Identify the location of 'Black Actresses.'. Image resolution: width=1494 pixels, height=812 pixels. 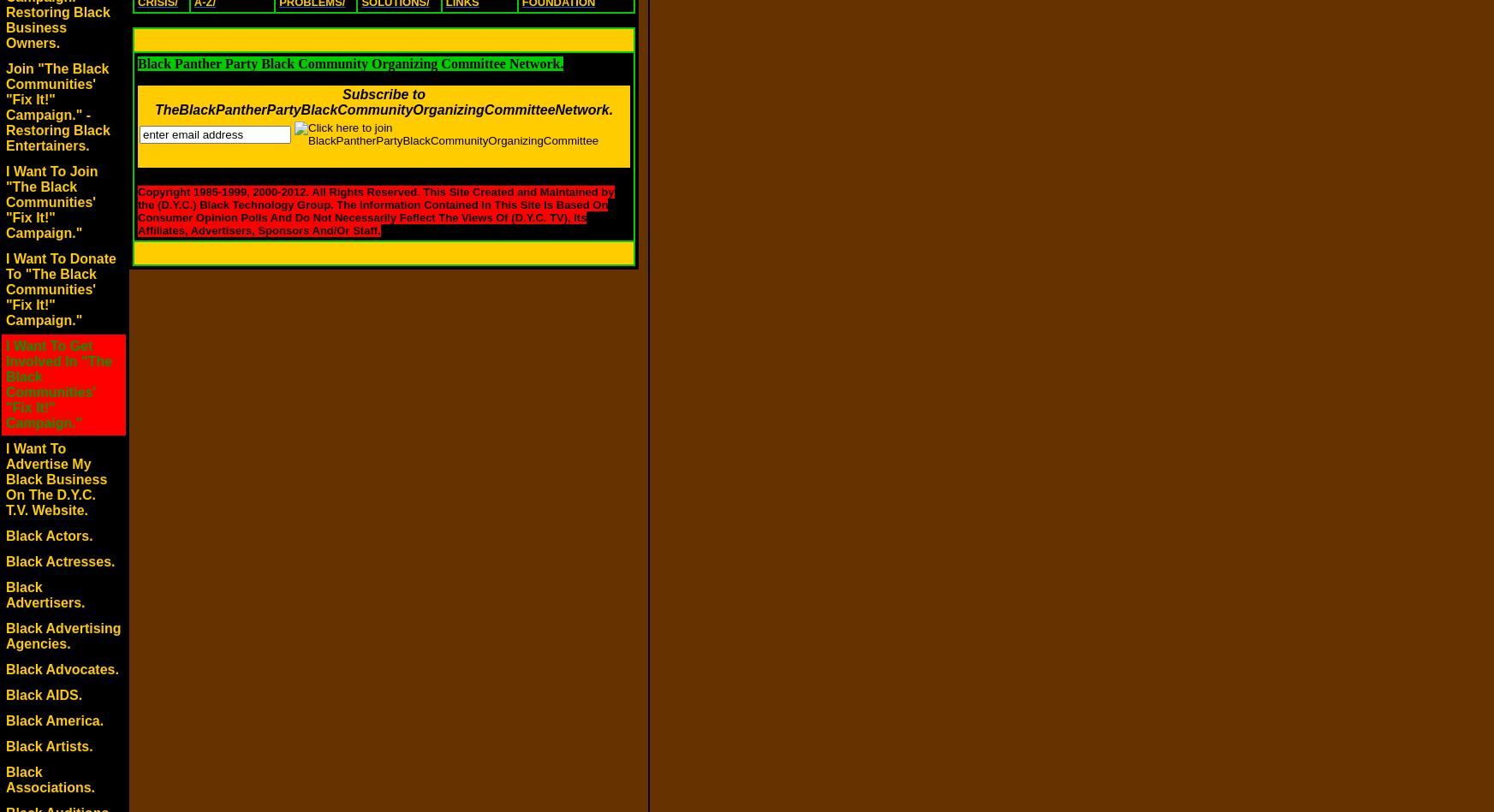
(59, 561).